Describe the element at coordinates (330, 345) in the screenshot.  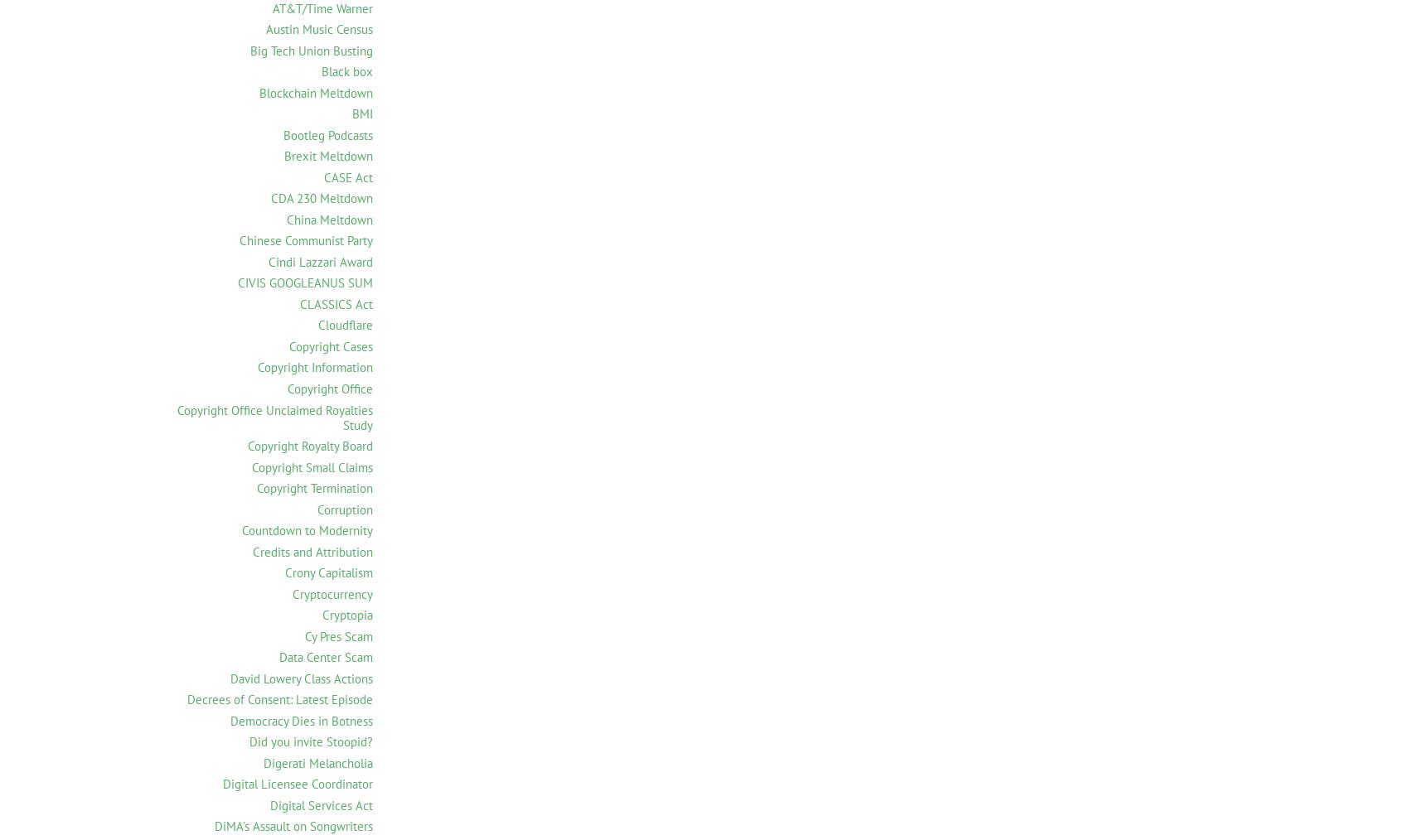
I see `'Copyright Cases'` at that location.